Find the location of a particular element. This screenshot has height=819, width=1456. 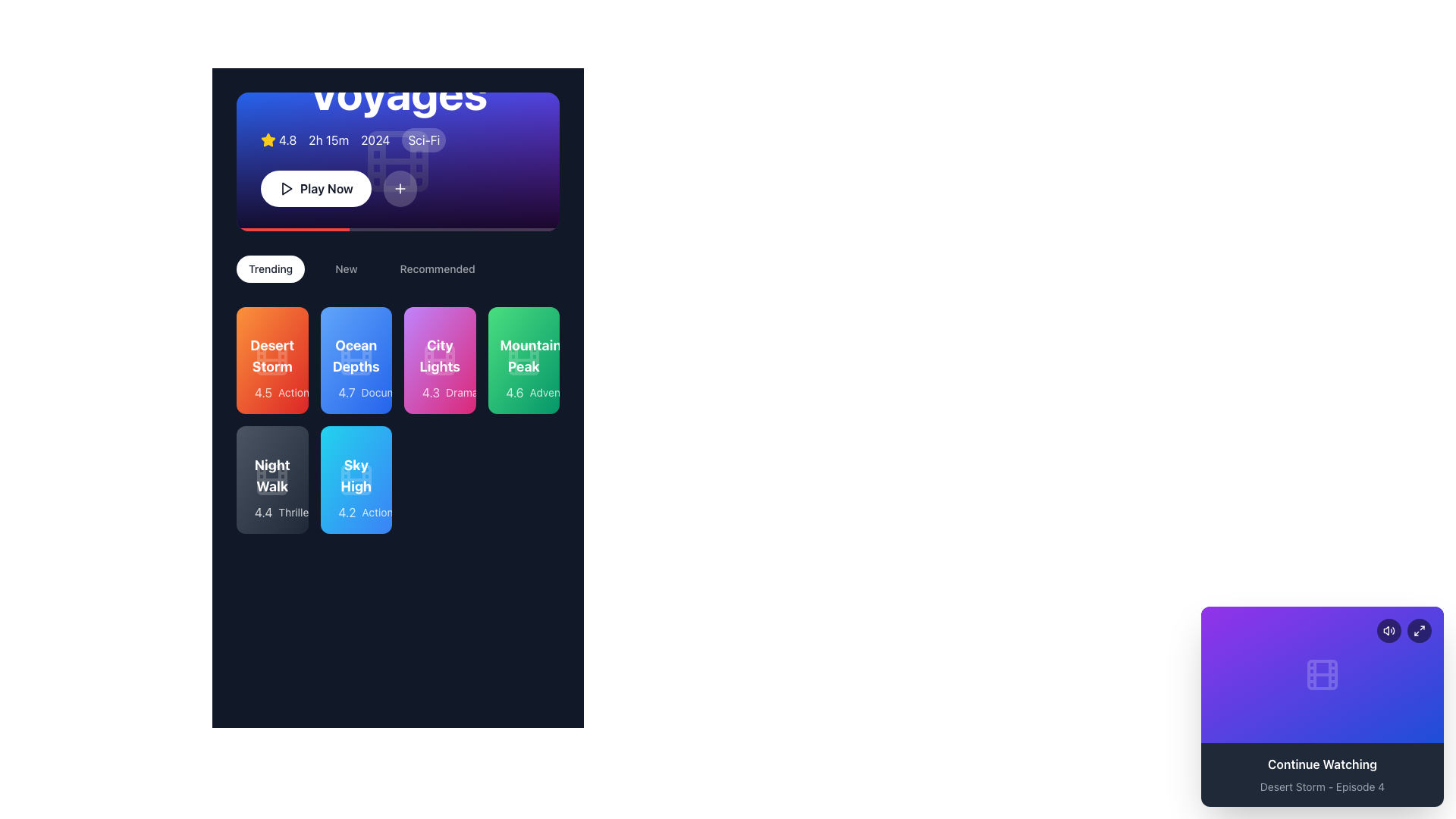

the text label displaying 'Desert Storm - Episode 4', which is styled in gray and positioned below the 'Continue Watching' label on a card with a purple gradient background is located at coordinates (1321, 786).